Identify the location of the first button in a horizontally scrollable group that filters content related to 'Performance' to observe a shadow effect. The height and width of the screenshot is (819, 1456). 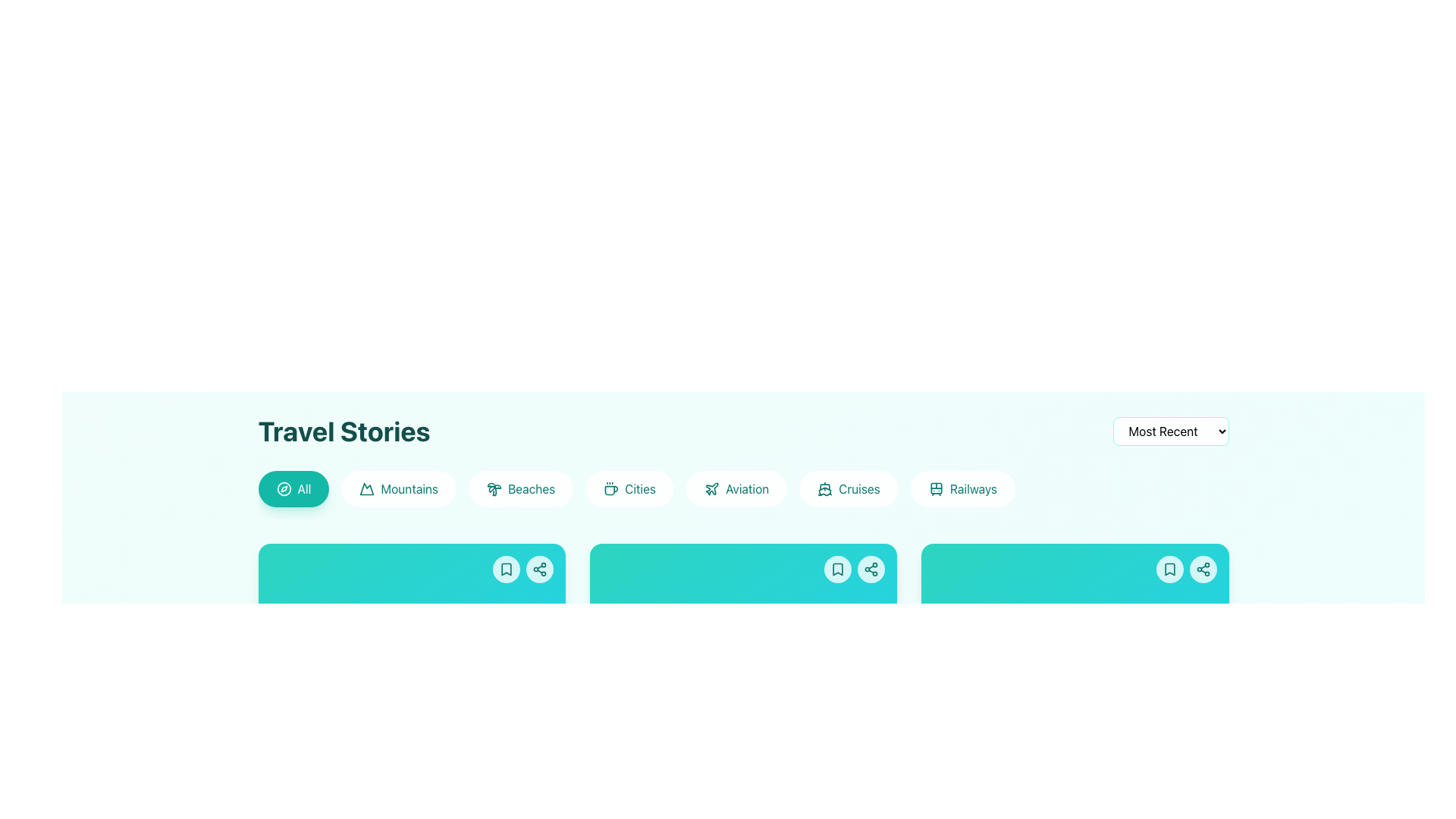
(325, 506).